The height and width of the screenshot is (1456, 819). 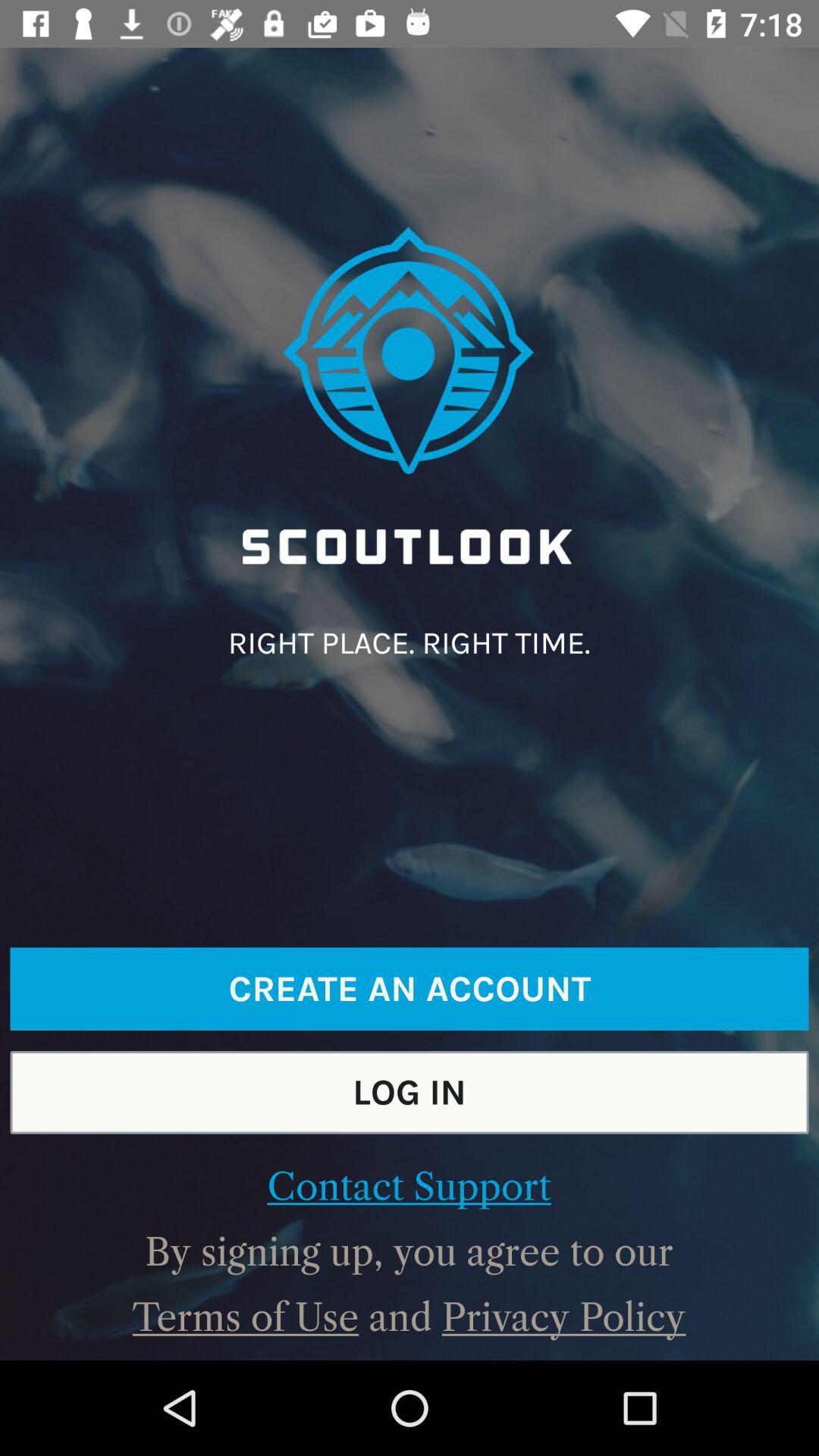 What do you see at coordinates (245, 1316) in the screenshot?
I see `the terms of use` at bounding box center [245, 1316].